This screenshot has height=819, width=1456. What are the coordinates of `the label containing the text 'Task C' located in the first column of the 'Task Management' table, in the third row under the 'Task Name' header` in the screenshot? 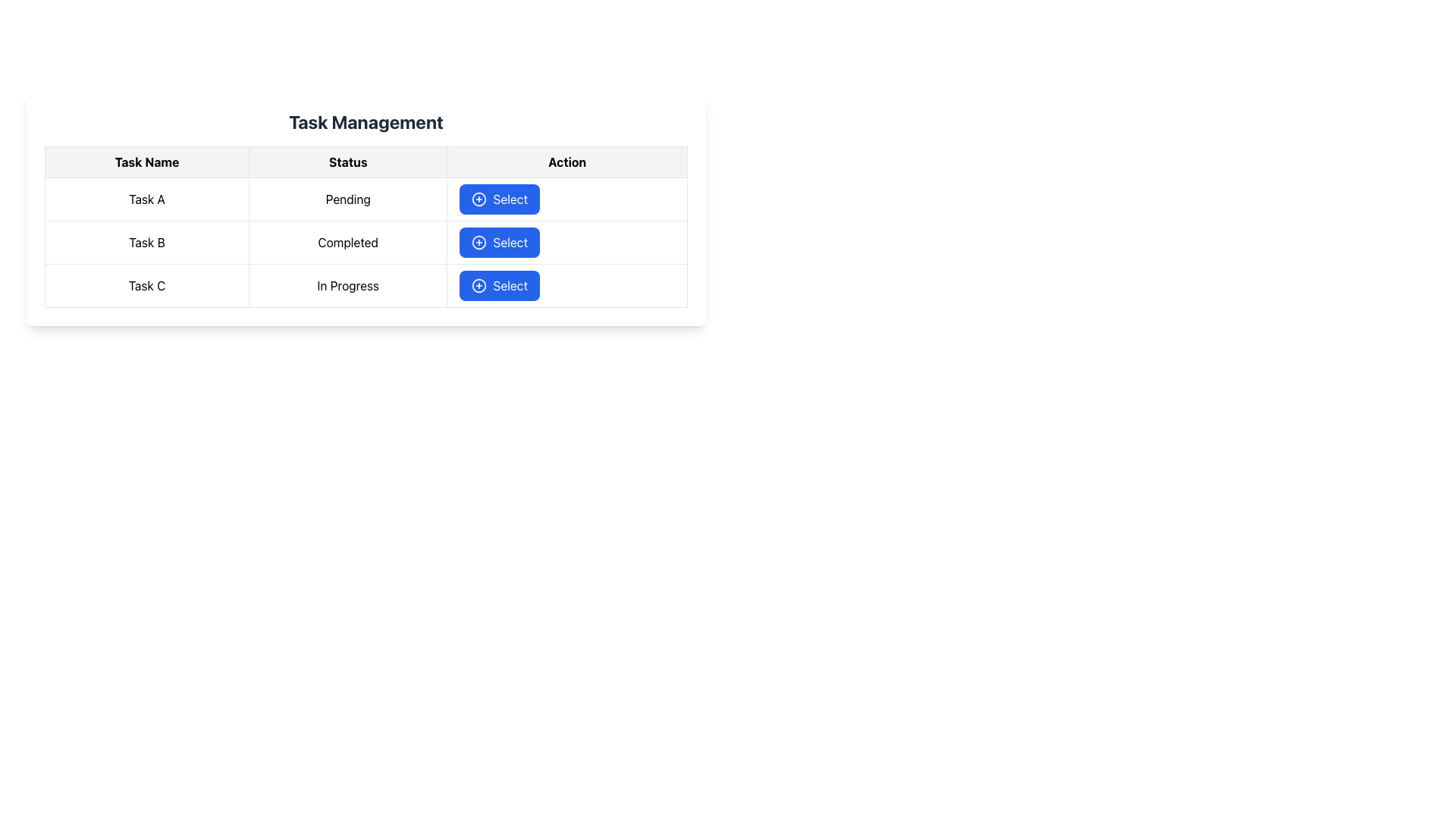 It's located at (146, 286).